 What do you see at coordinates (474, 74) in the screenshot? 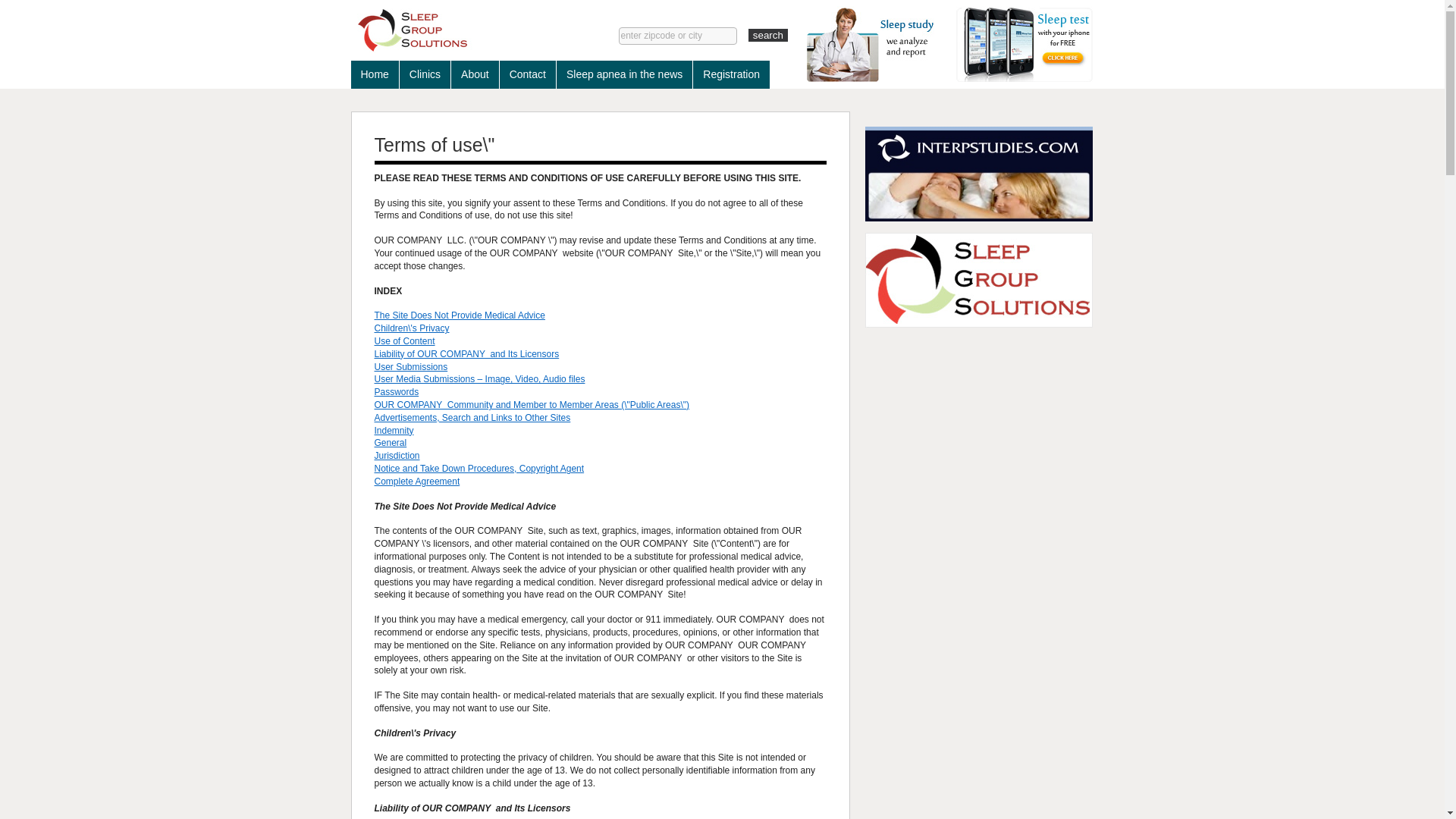
I see `'About'` at bounding box center [474, 74].